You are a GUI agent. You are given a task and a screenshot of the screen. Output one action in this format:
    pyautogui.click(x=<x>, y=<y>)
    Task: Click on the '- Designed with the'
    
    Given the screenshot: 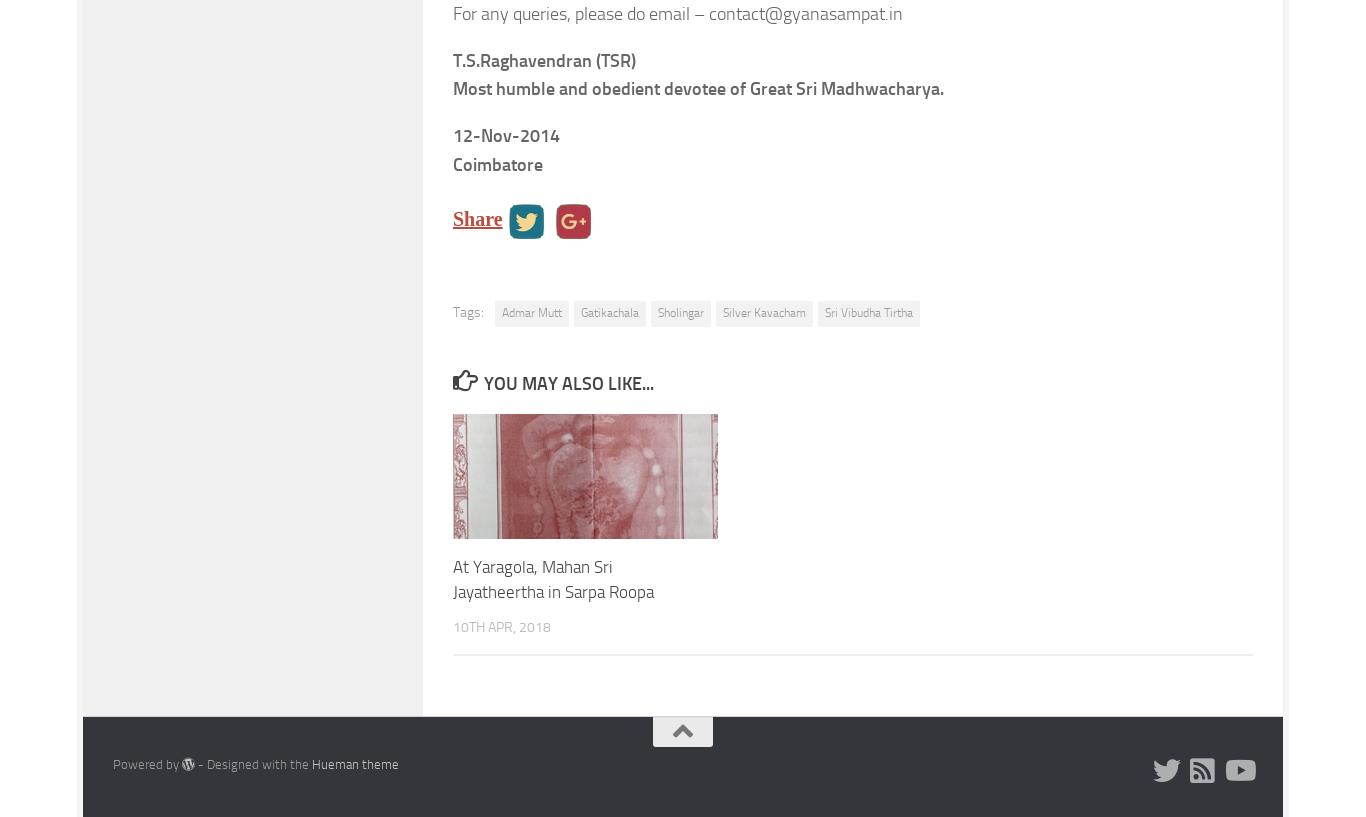 What is the action you would take?
    pyautogui.click(x=253, y=763)
    